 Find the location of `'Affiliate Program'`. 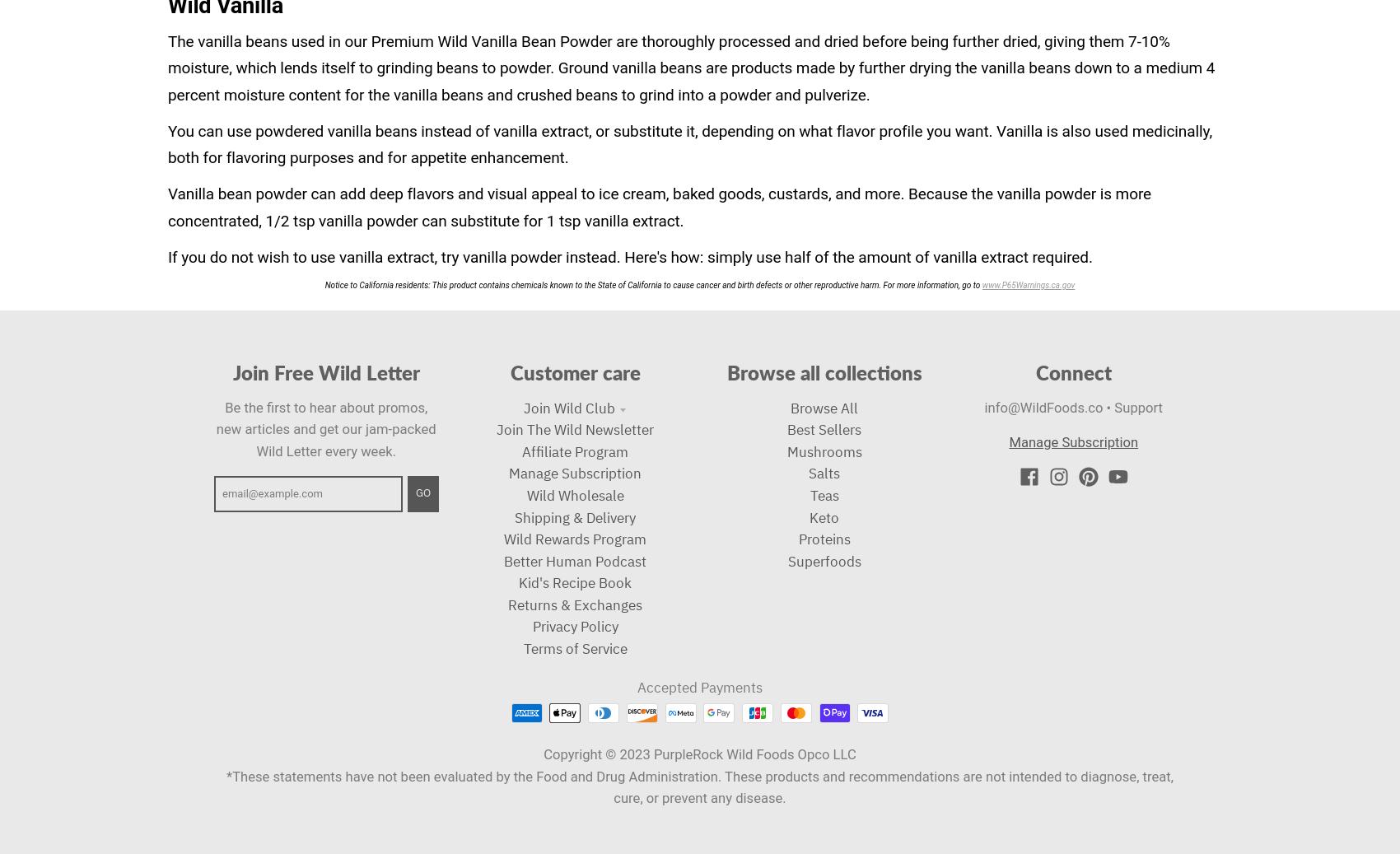

'Affiliate Program' is located at coordinates (520, 450).